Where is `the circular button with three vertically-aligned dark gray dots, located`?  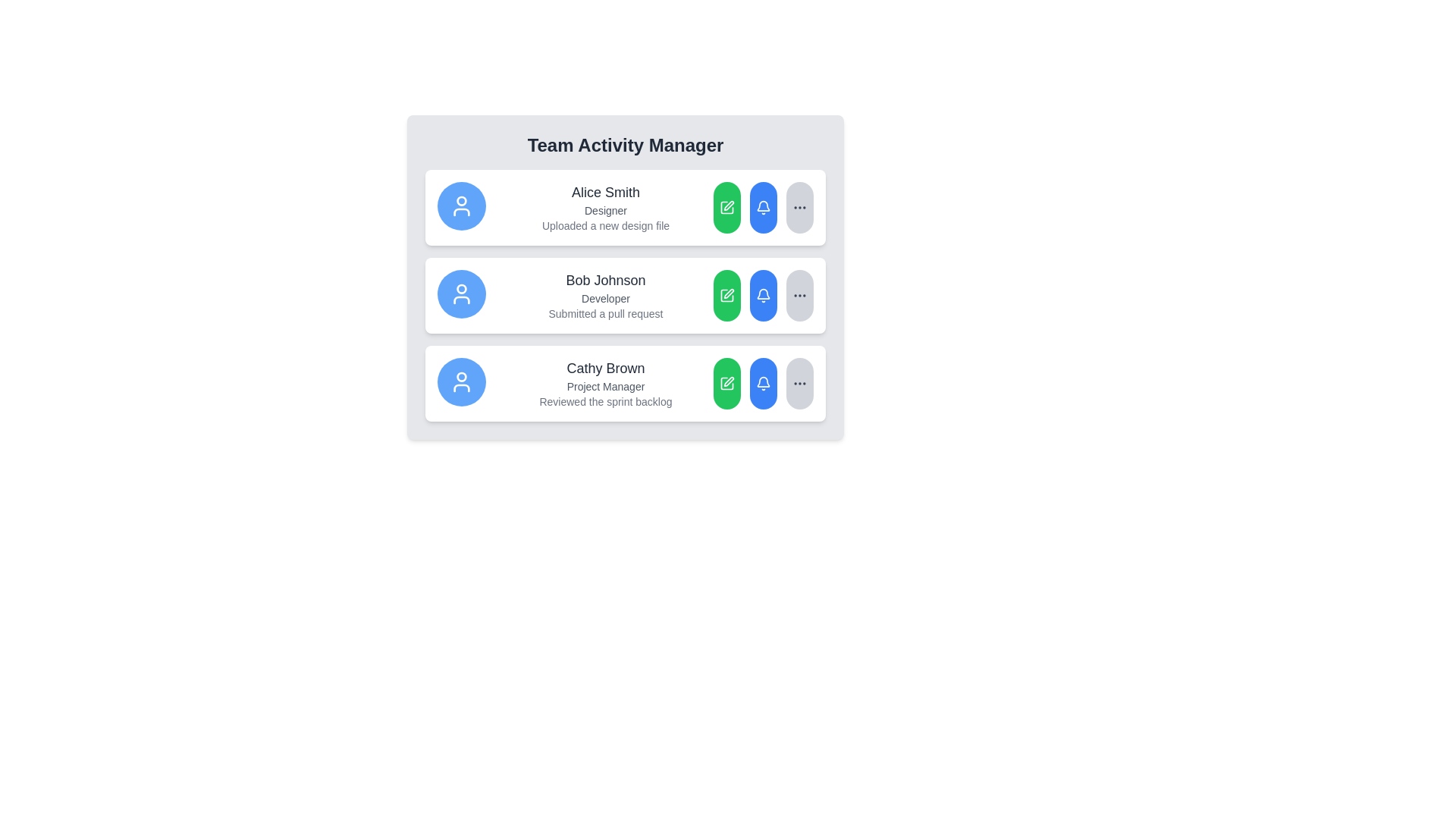 the circular button with three vertically-aligned dark gray dots, located is located at coordinates (799, 207).